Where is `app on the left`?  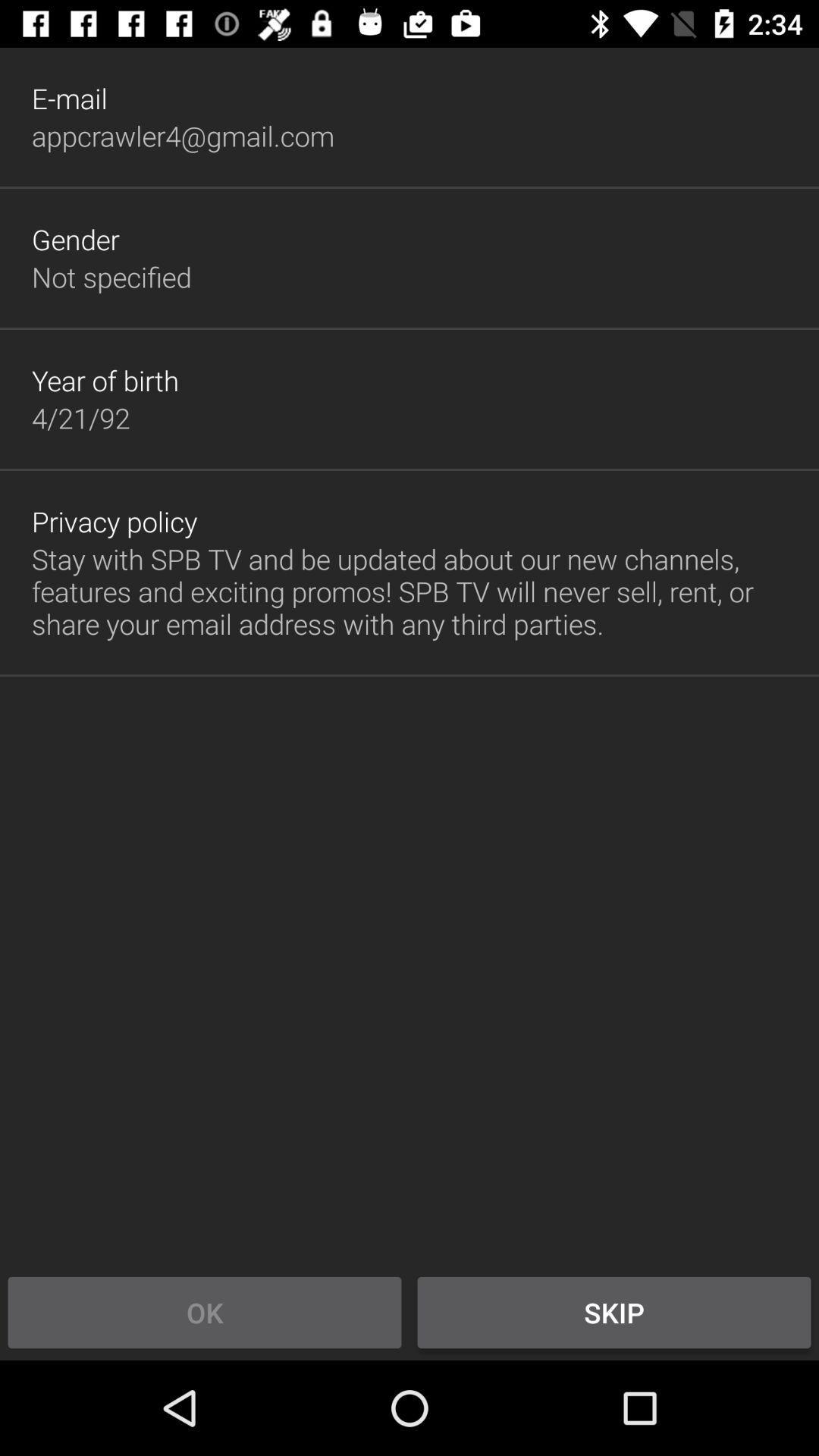
app on the left is located at coordinates (114, 521).